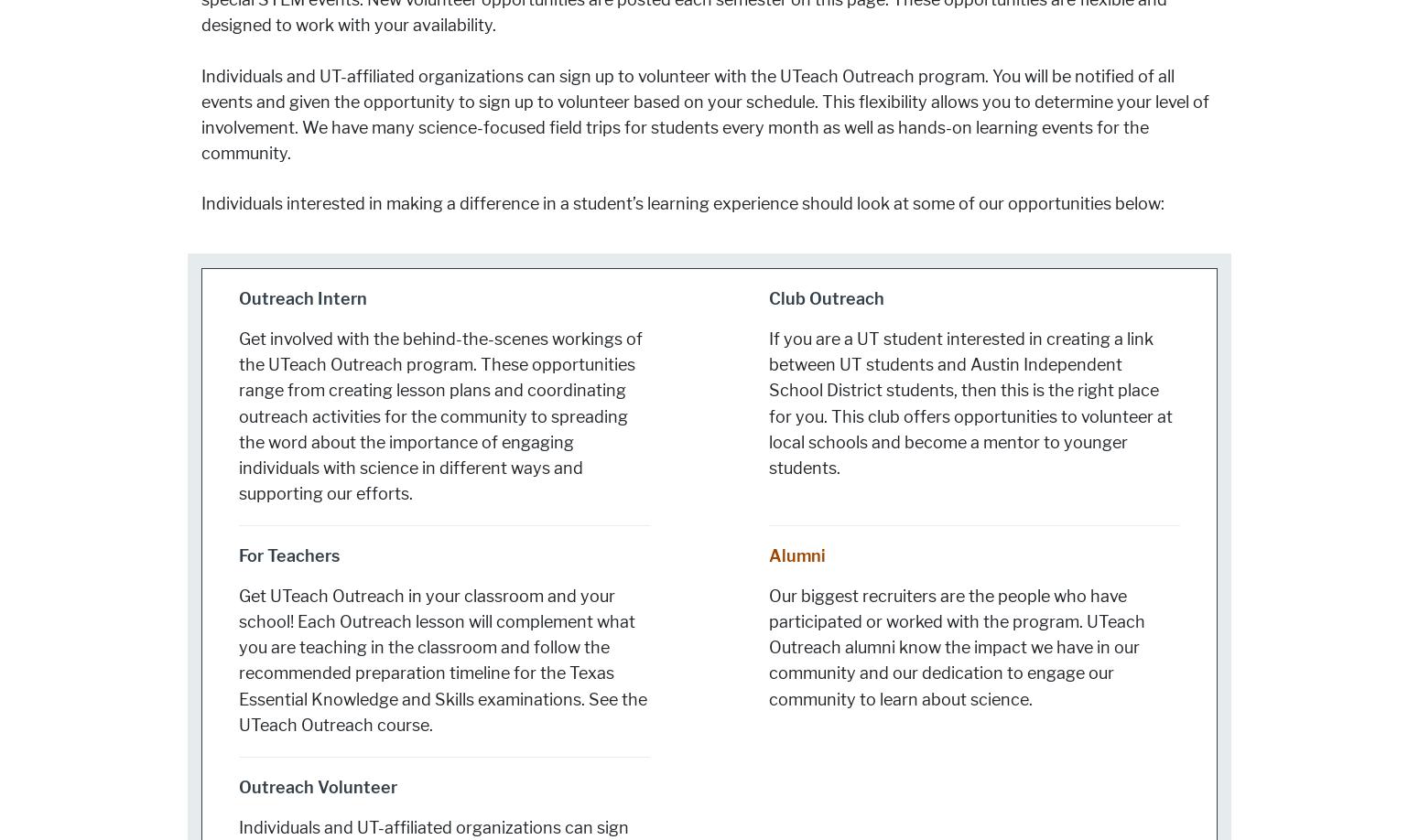 This screenshot has width=1419, height=840. I want to click on 'For Teachers', so click(288, 555).